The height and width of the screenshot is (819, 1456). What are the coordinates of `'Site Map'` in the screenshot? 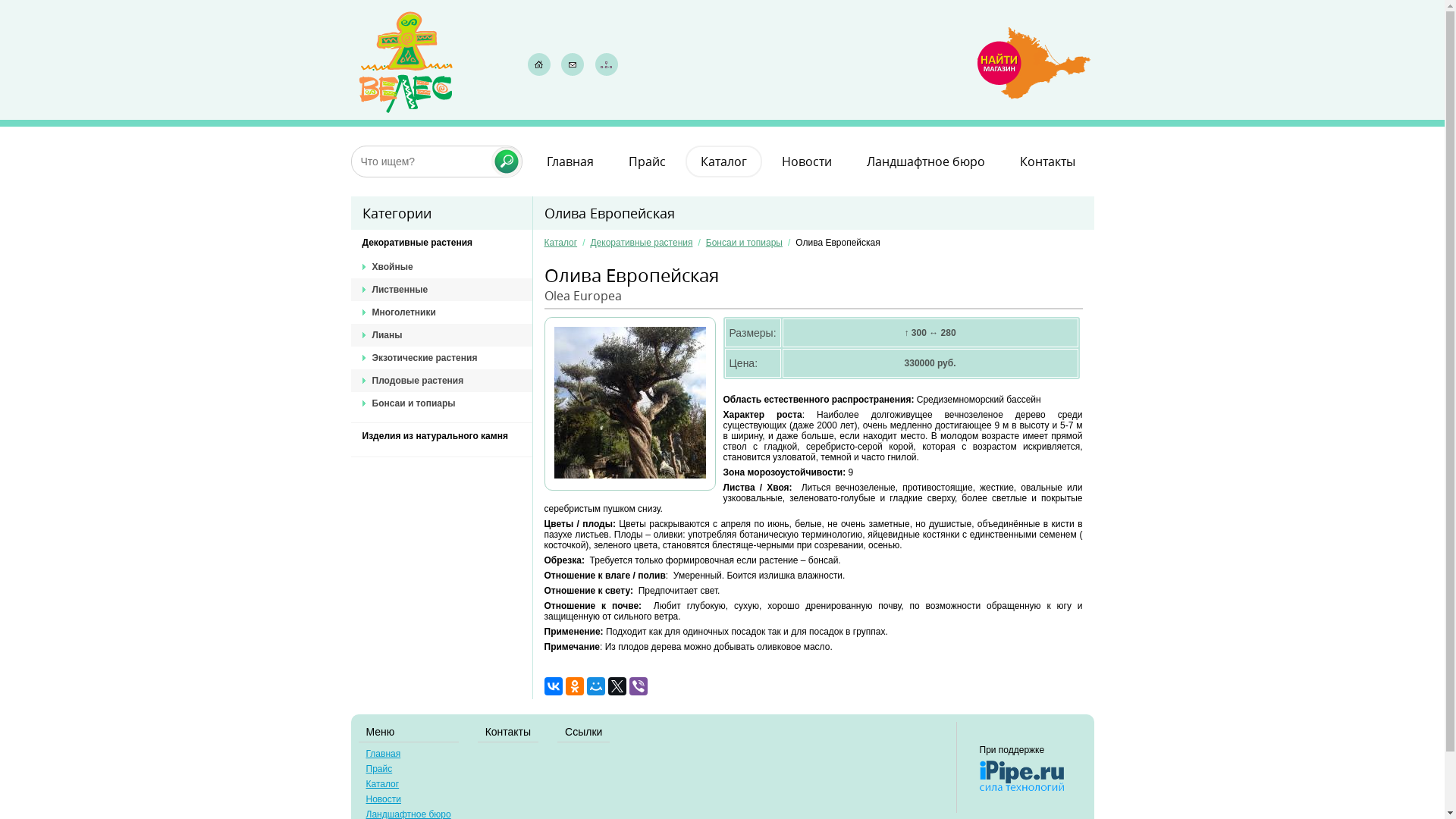 It's located at (607, 63).